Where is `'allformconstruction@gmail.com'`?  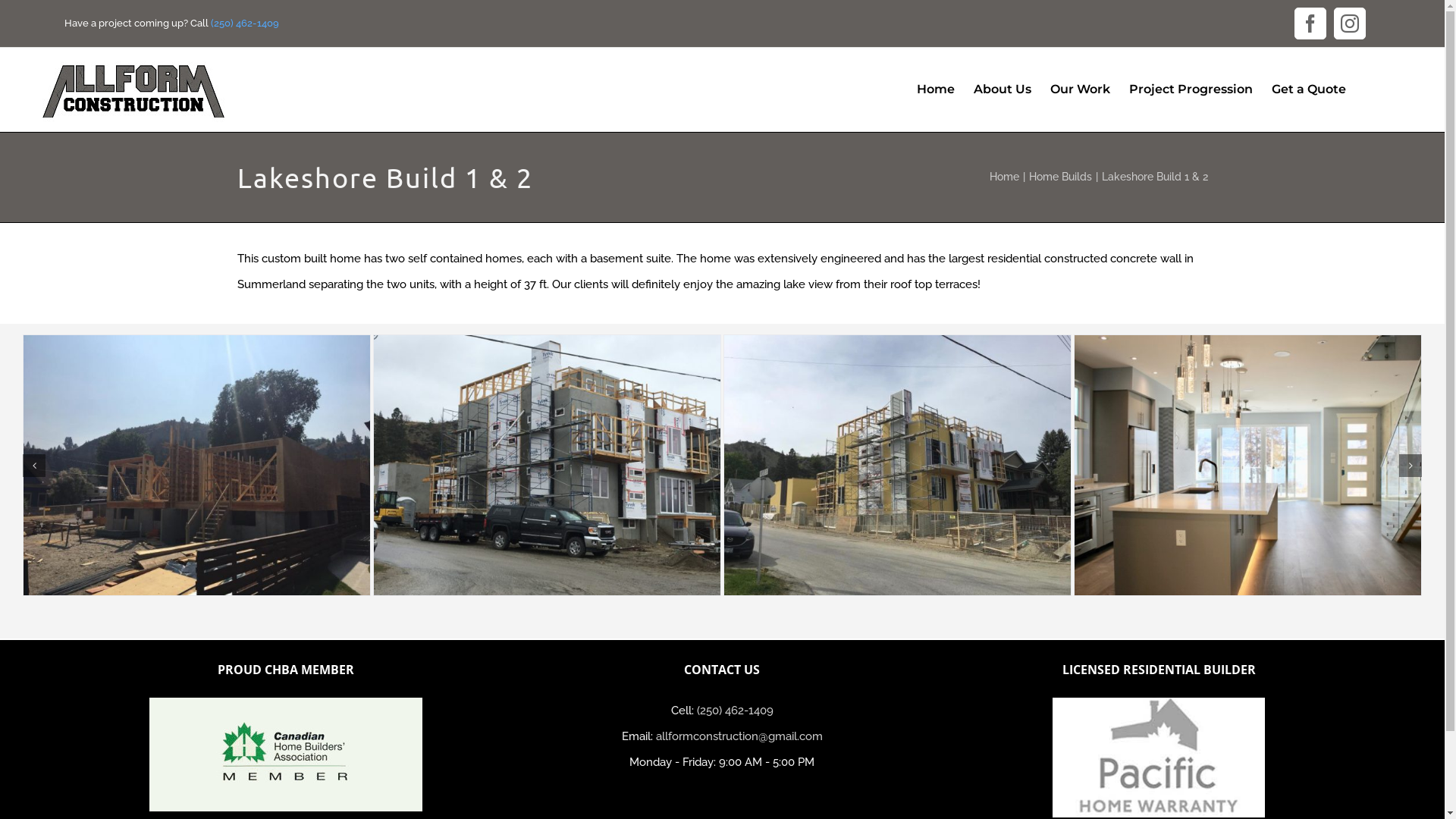 'allformconstruction@gmail.com' is located at coordinates (739, 736).